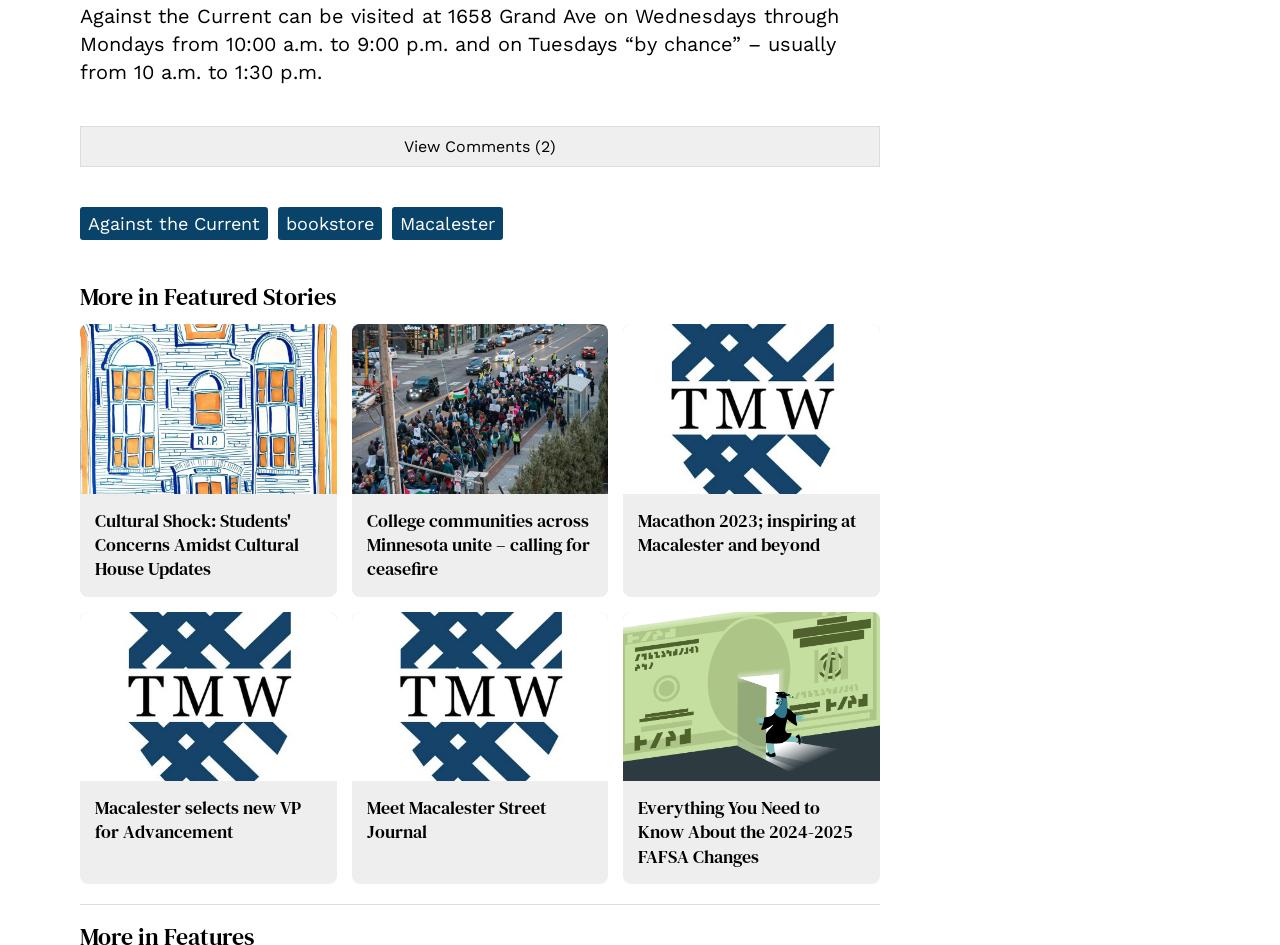  I want to click on 'More in Featured Stories', so click(80, 296).